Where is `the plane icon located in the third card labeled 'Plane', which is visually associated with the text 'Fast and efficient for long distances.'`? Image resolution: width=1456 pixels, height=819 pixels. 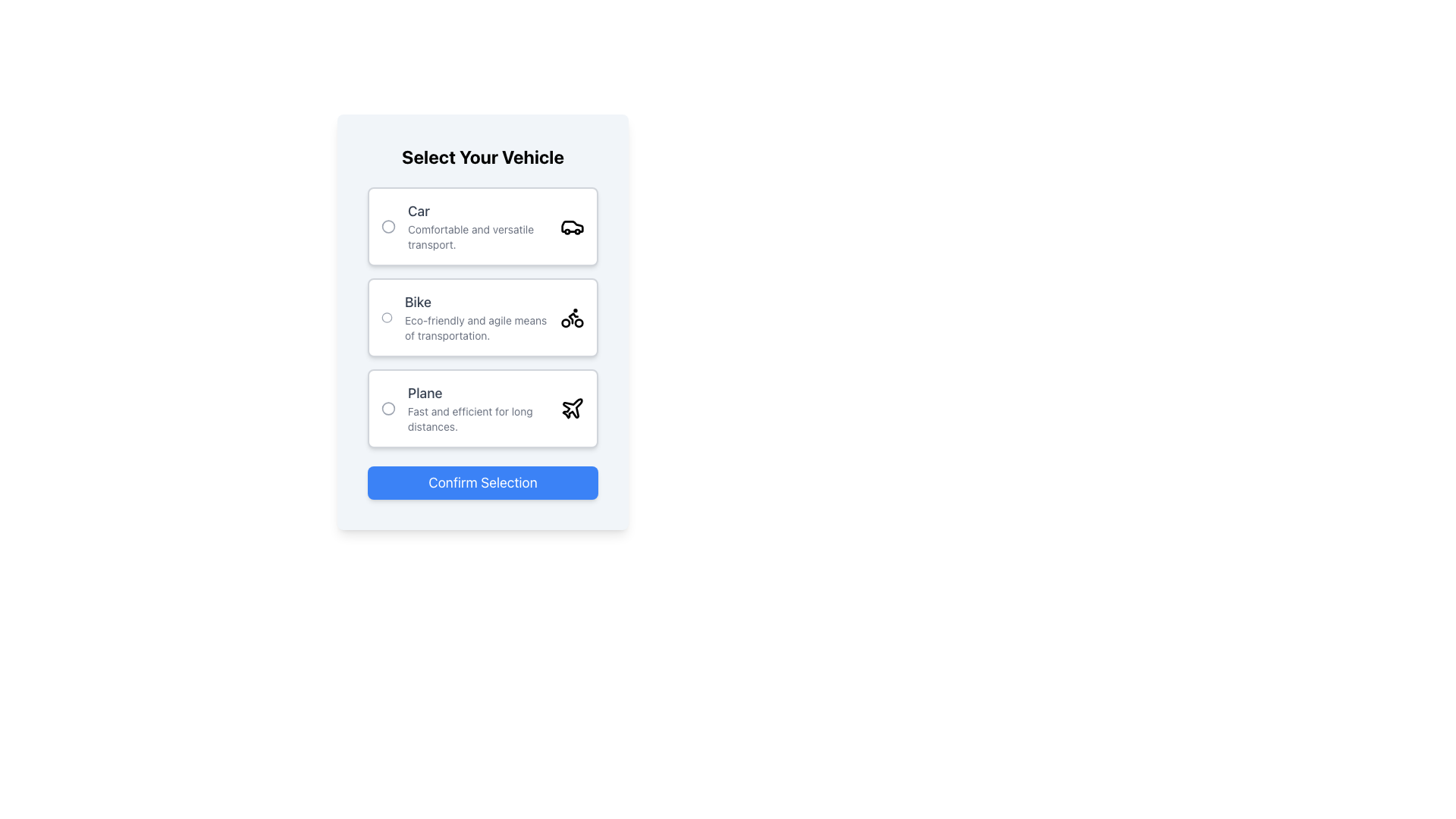 the plane icon located in the third card labeled 'Plane', which is visually associated with the text 'Fast and efficient for long distances.' is located at coordinates (571, 408).